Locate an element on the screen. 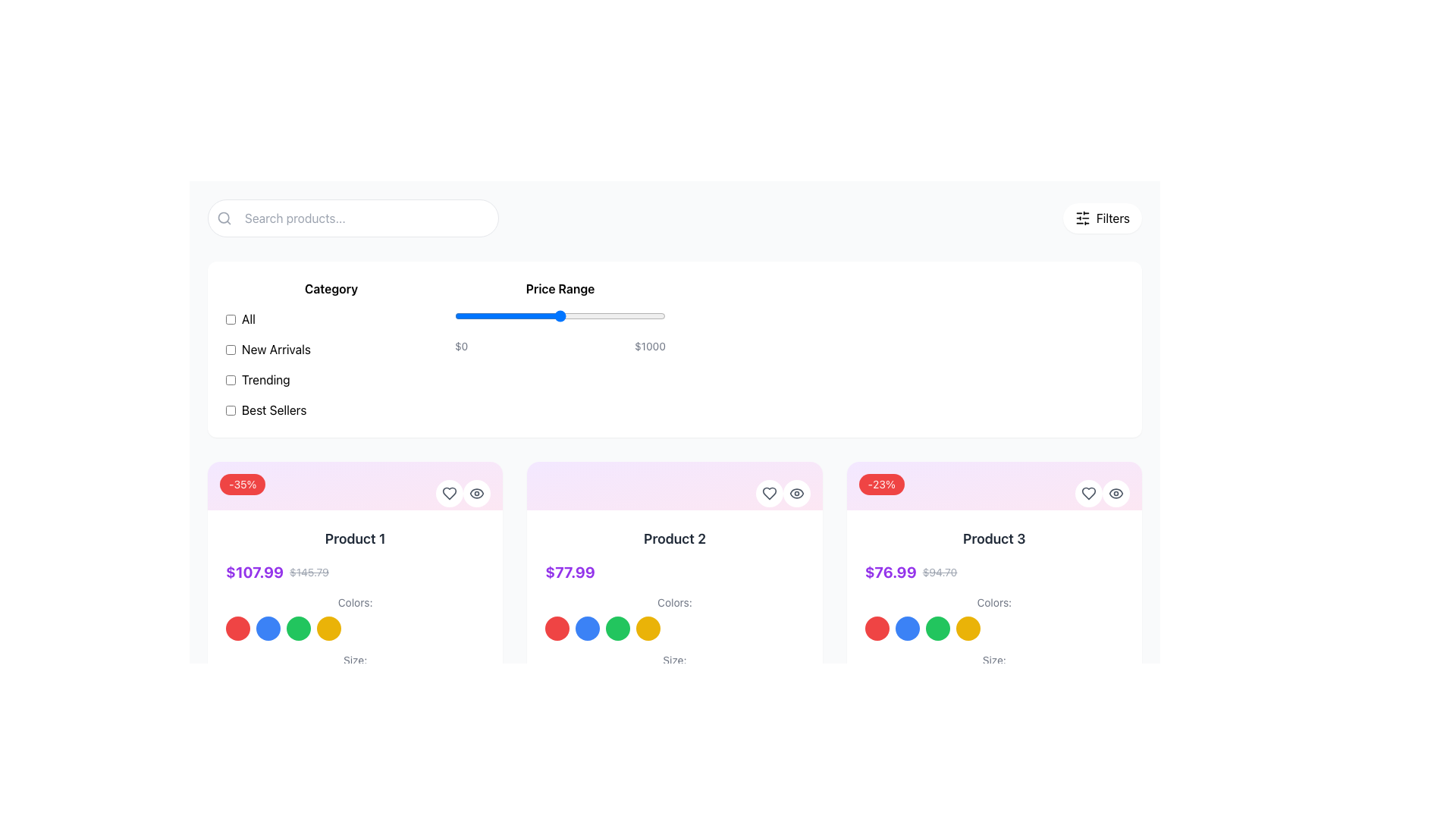 The image size is (1456, 819). the small circular red button, which is the first in a sequence of four colored circles located below the price and title of 'Product 2' is located at coordinates (556, 629).